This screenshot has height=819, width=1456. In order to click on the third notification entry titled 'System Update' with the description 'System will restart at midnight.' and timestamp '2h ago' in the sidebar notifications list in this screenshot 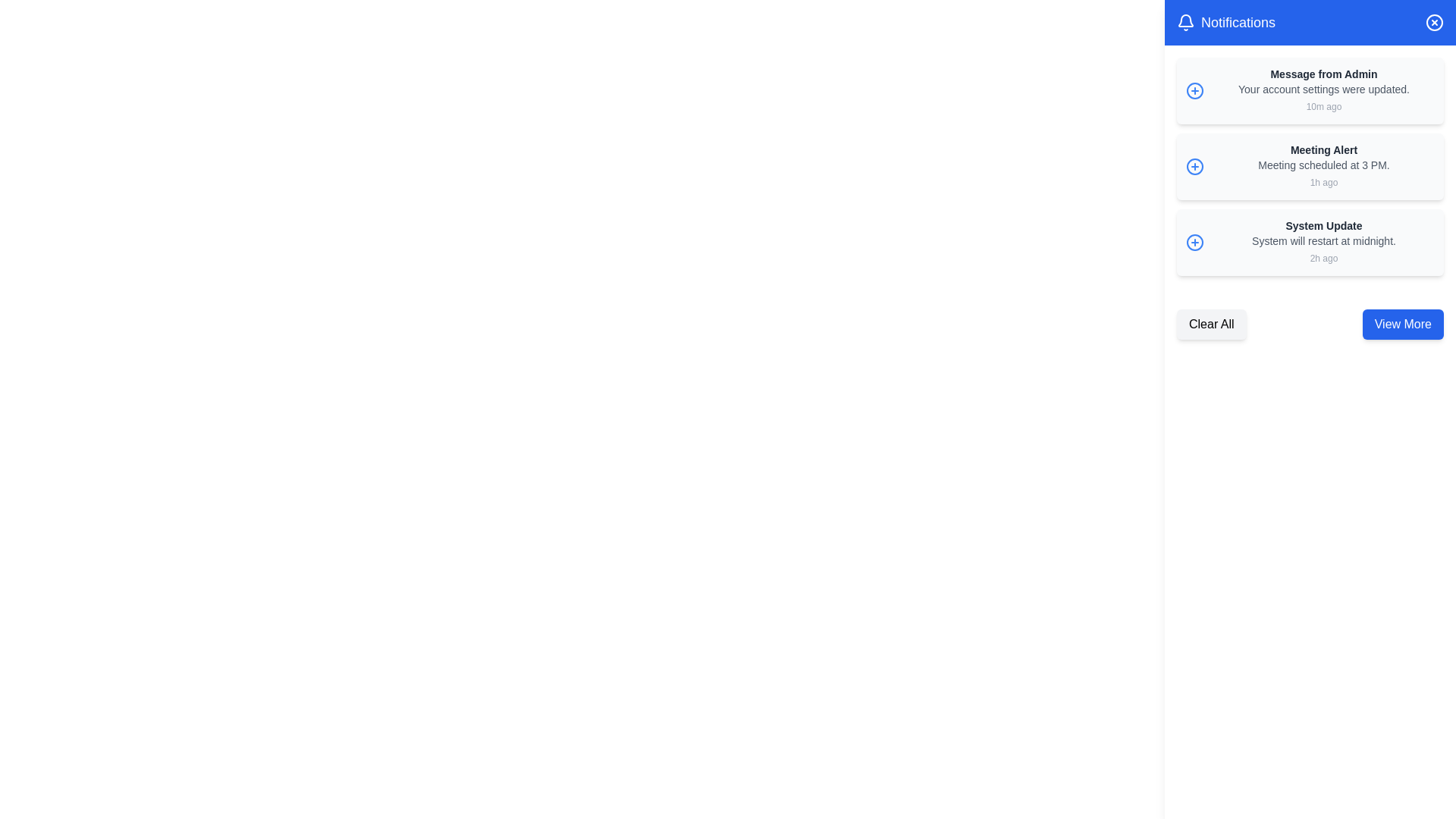, I will do `click(1323, 242)`.